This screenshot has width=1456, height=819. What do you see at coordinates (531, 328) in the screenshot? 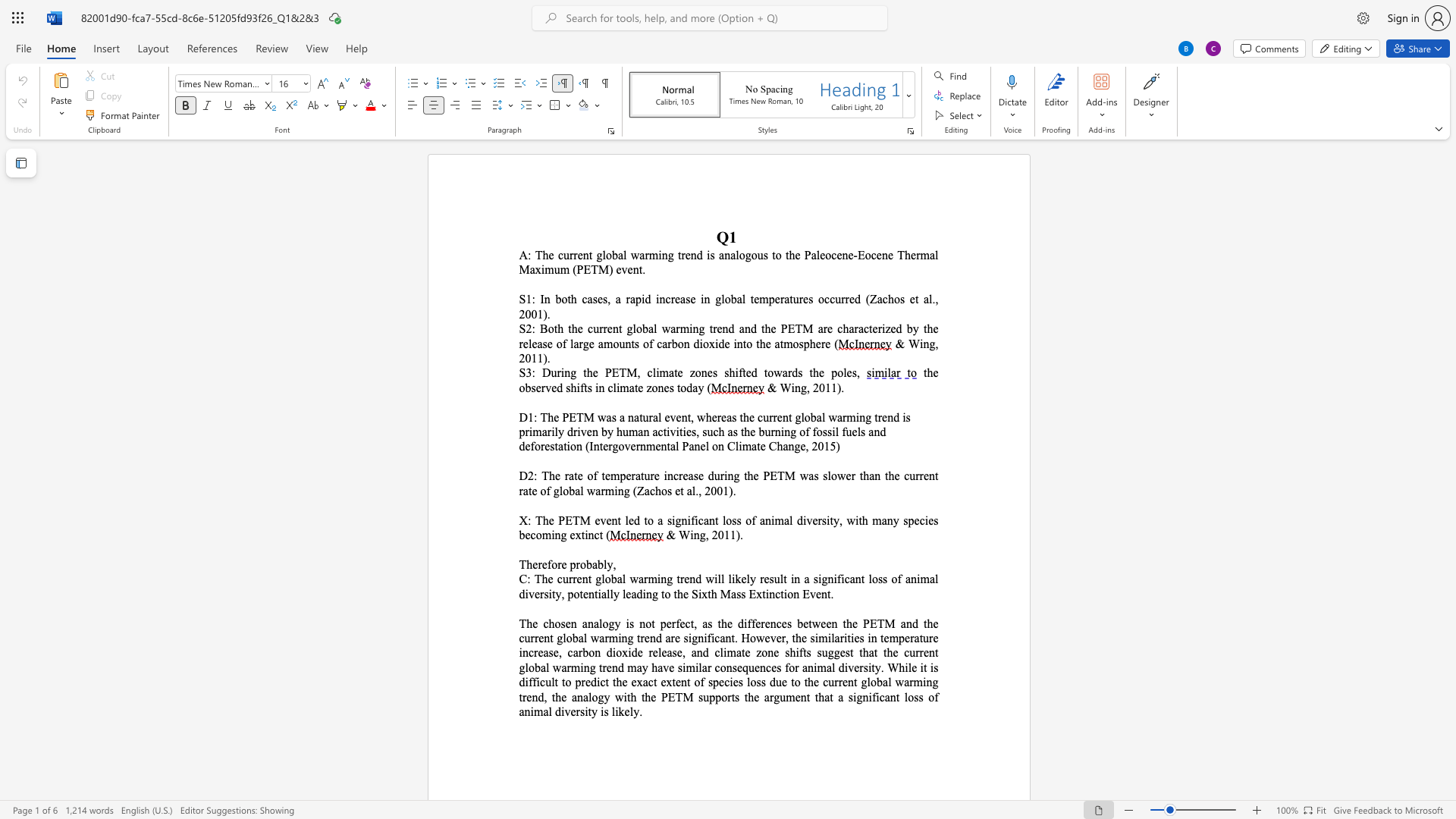
I see `the space between the continuous character "2" and ":" in the text` at bounding box center [531, 328].